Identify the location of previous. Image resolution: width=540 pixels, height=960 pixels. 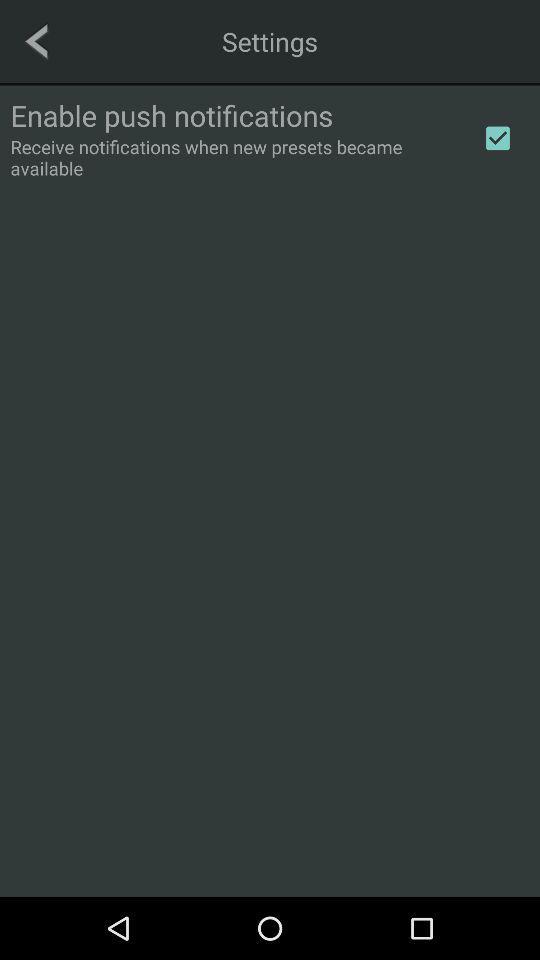
(36, 40).